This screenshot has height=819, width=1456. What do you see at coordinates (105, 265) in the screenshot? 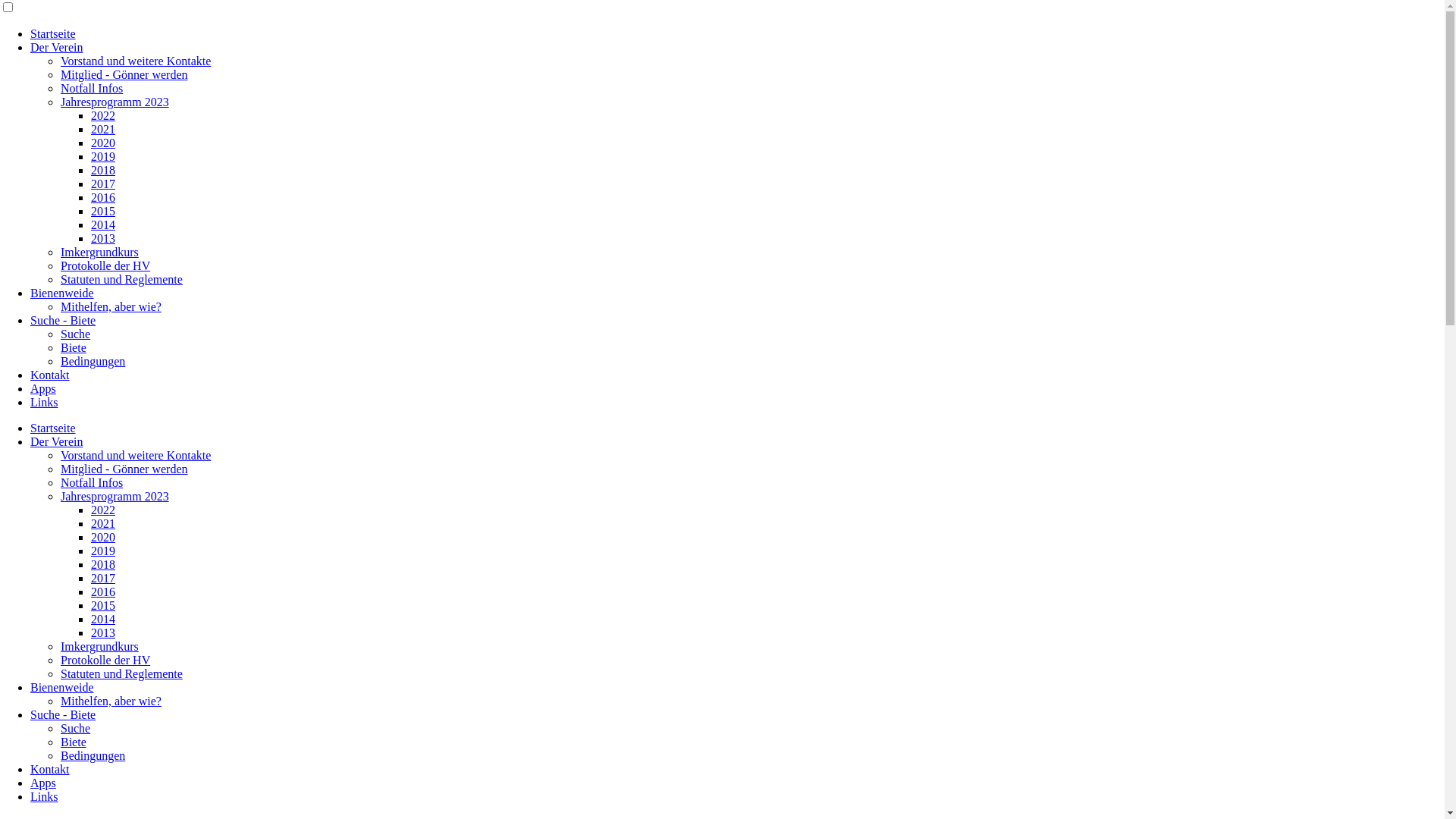
I see `'Protokolle der HV'` at bounding box center [105, 265].